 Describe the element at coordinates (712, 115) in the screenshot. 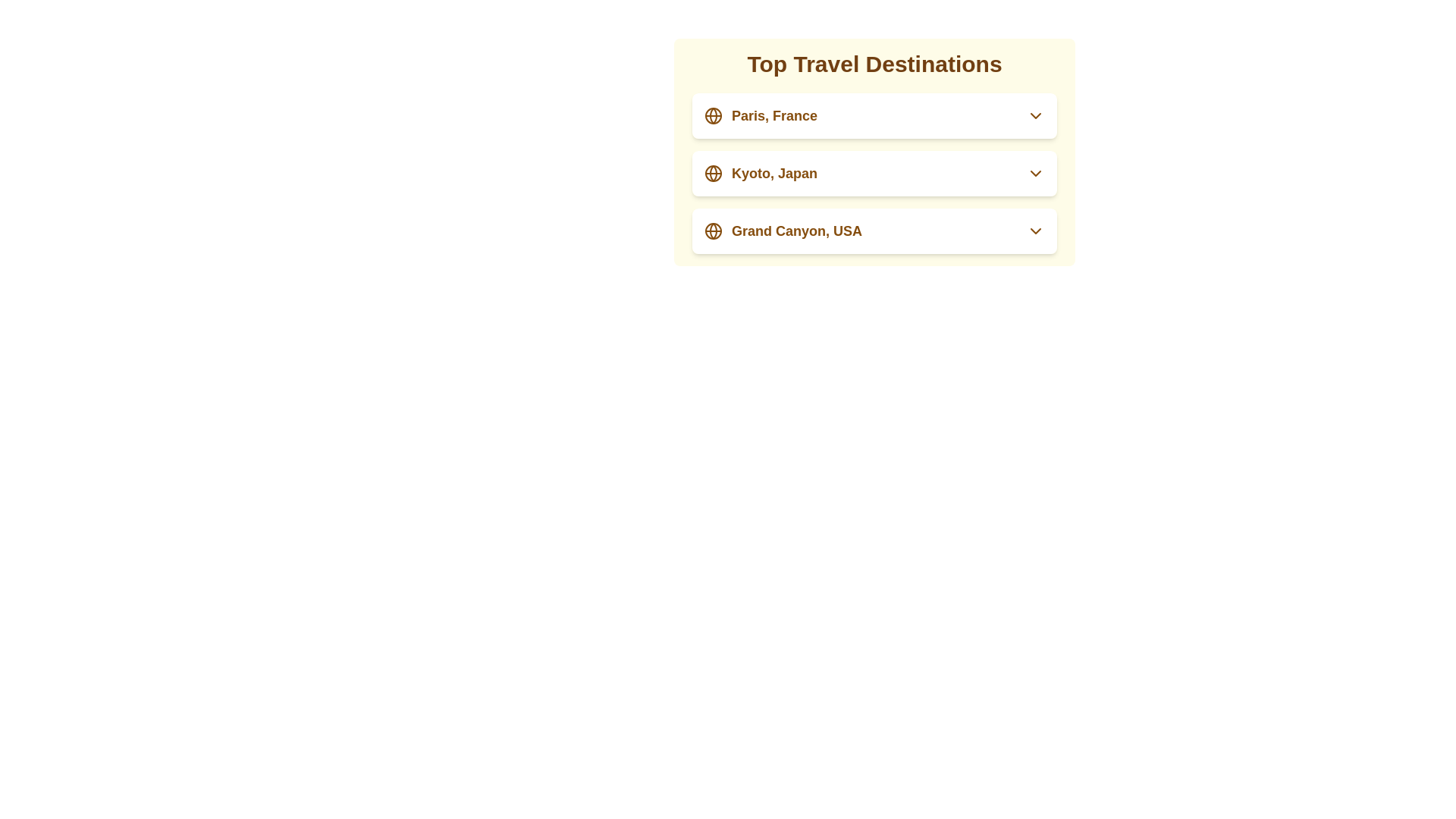

I see `the globe icon located to the left of the text 'Paris, France' in the 'Top Travel Destinations' list` at that location.